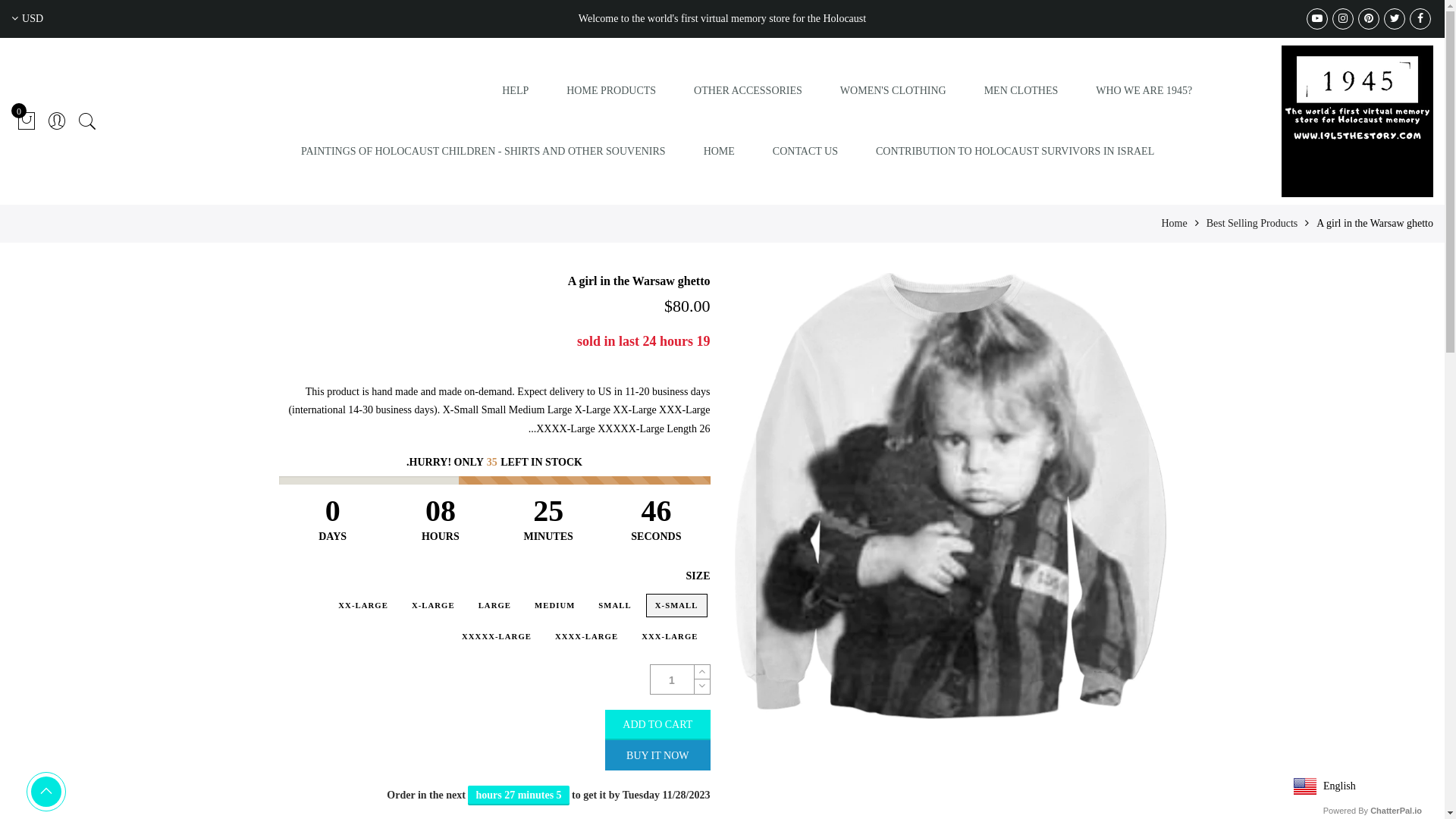 The image size is (1456, 819). I want to click on 'MEN CLOTHES', so click(1021, 90).